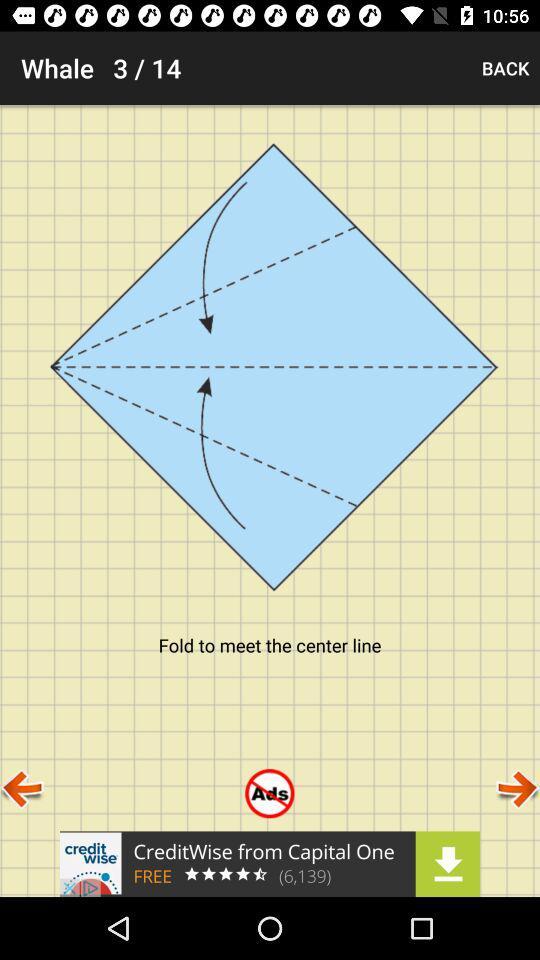  I want to click on open advertisement, so click(270, 863).